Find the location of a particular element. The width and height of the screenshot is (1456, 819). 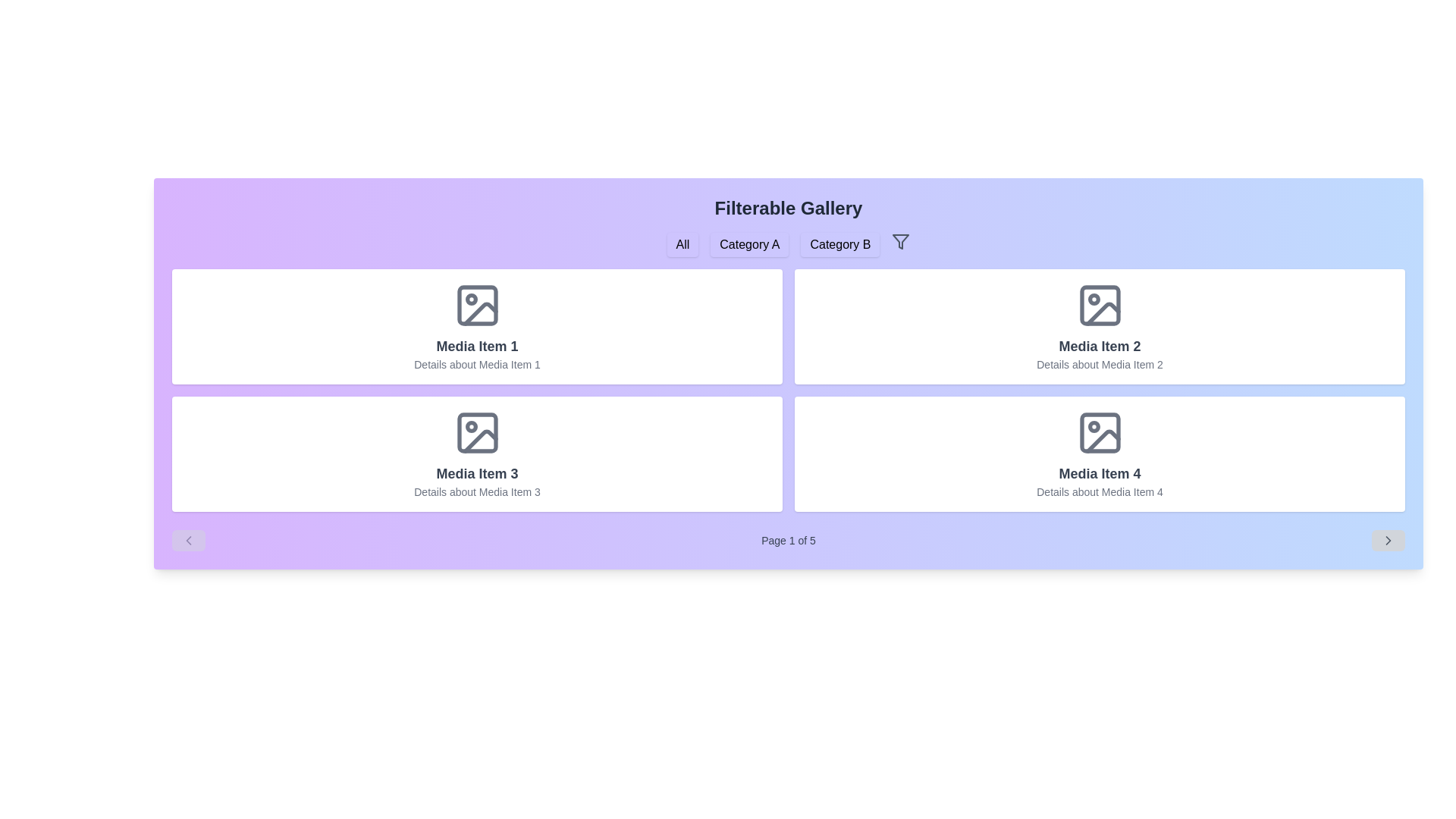

the text label displaying 'Media Item 3', which is styled with a bold and centered font in medium gray color, located in the third card of the second row of a two-row gallery layout is located at coordinates (476, 472).